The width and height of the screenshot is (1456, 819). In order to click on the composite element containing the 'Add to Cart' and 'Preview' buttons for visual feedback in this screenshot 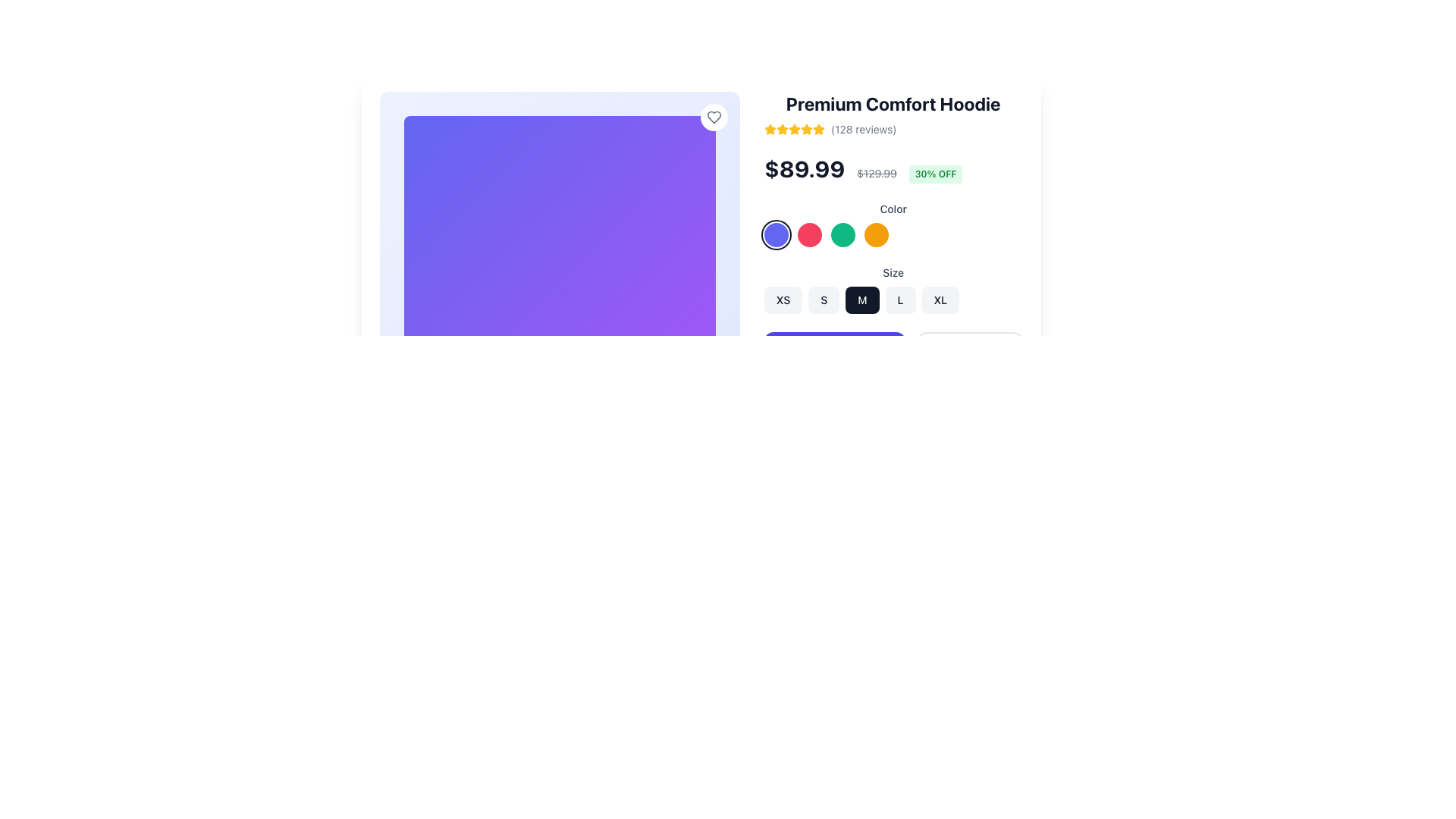, I will do `click(893, 351)`.